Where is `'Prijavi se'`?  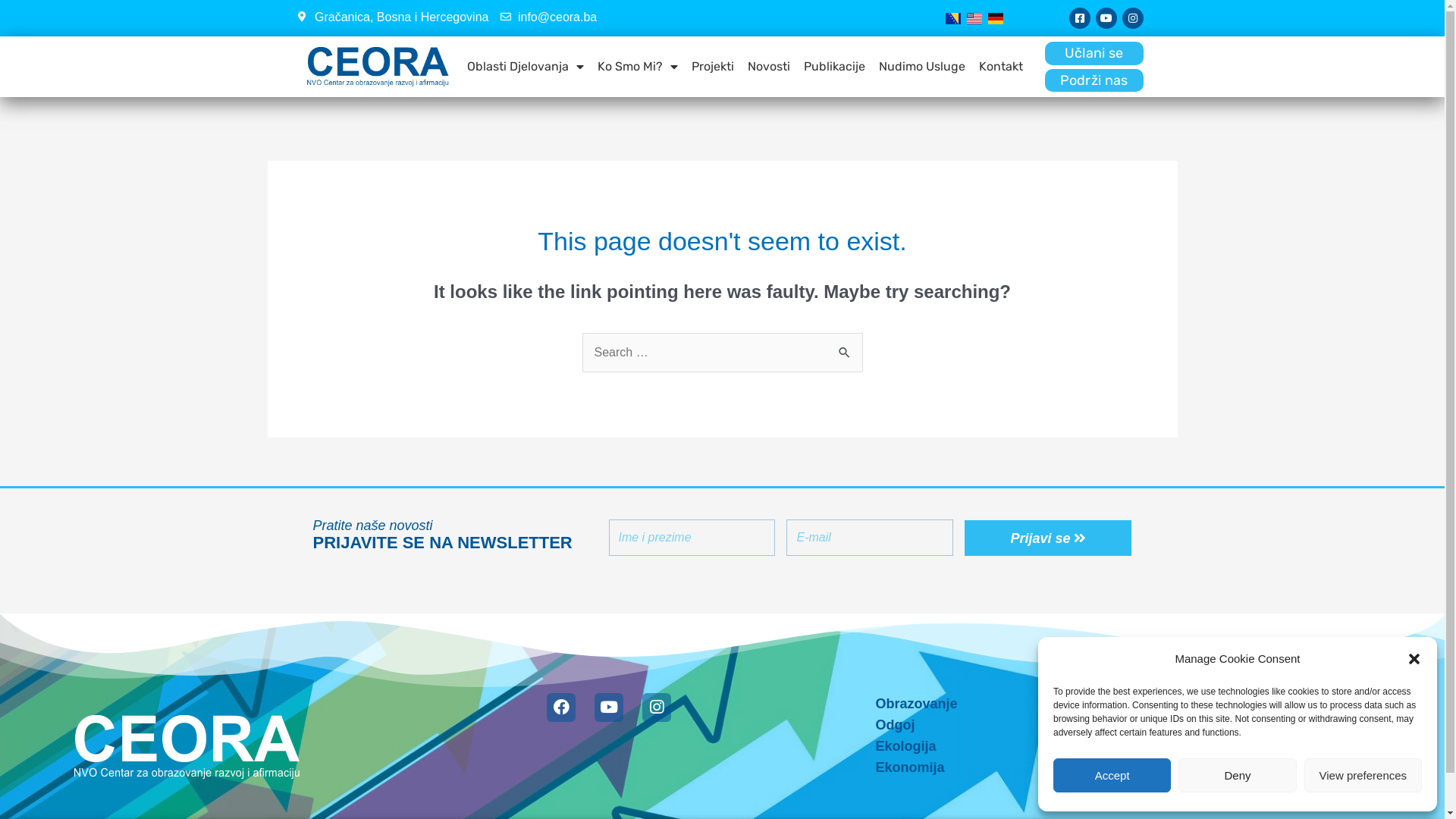 'Prijavi se' is located at coordinates (1047, 537).